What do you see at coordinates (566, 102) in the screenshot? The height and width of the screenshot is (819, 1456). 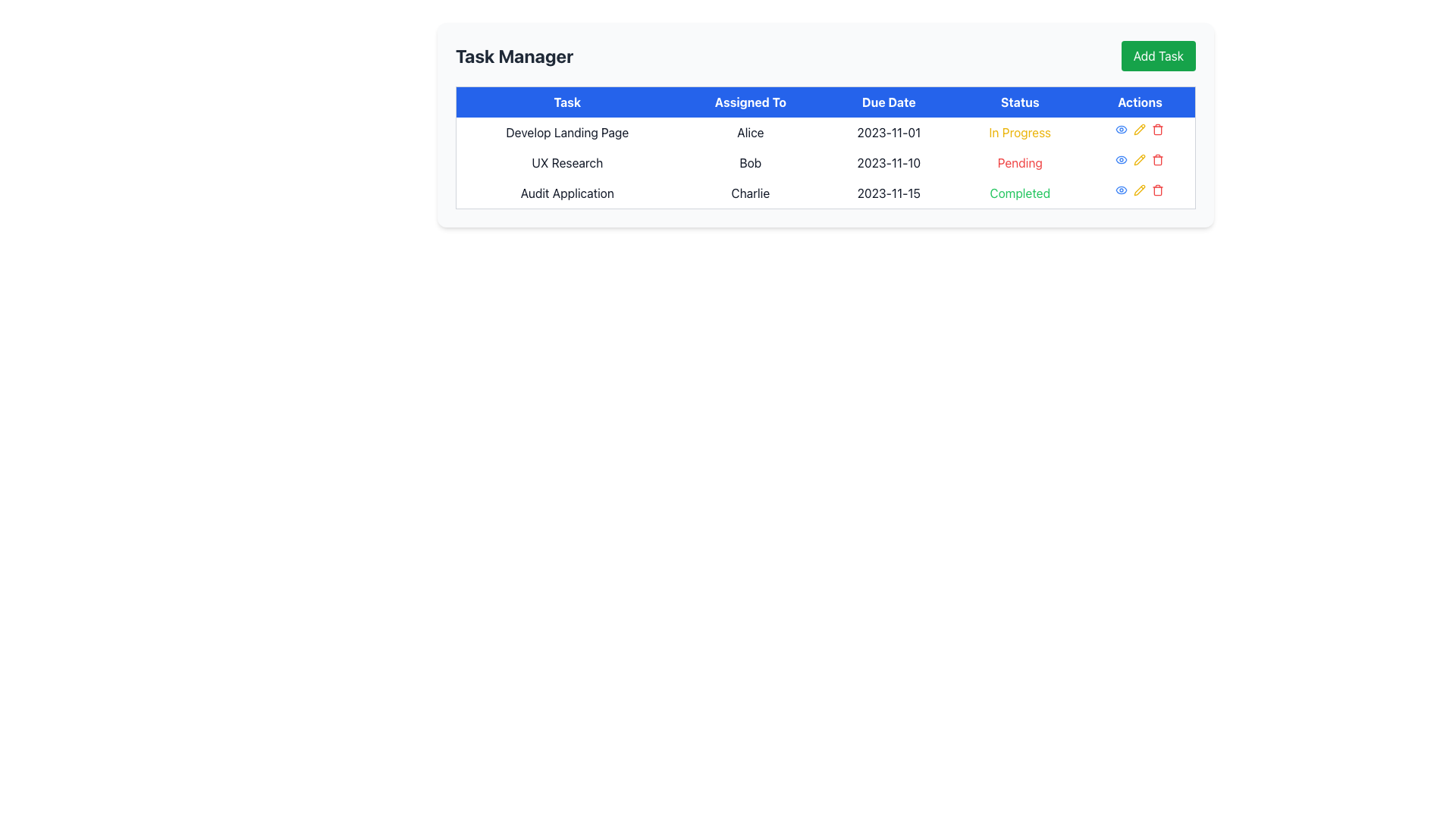 I see `the Header label for the first column of the table that lists tasks, located at the top-left section of the table header row` at bounding box center [566, 102].